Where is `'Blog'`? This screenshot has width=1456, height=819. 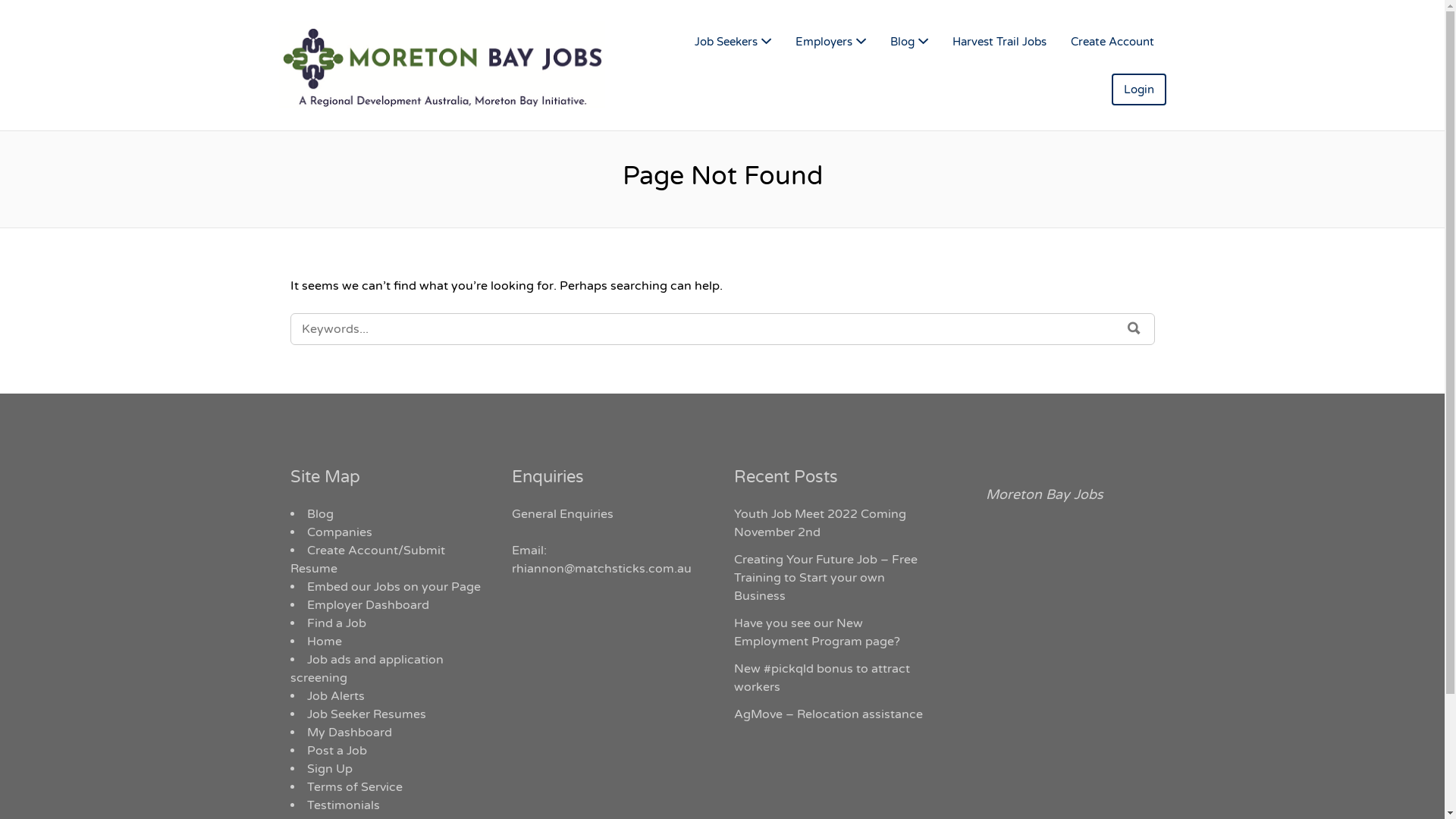 'Blog' is located at coordinates (877, 41).